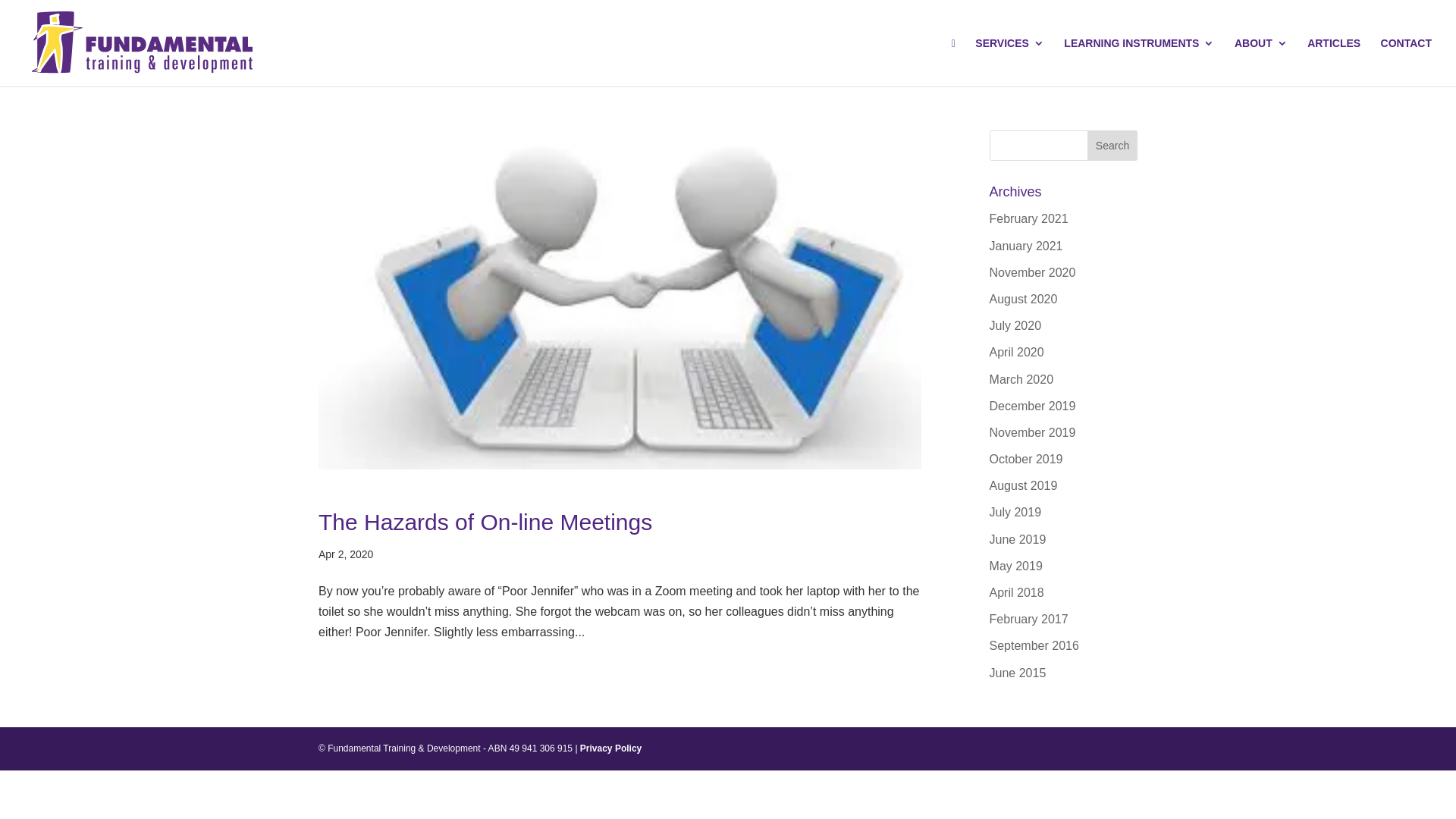 This screenshot has width=1456, height=819. I want to click on 'July 2020', so click(1015, 325).